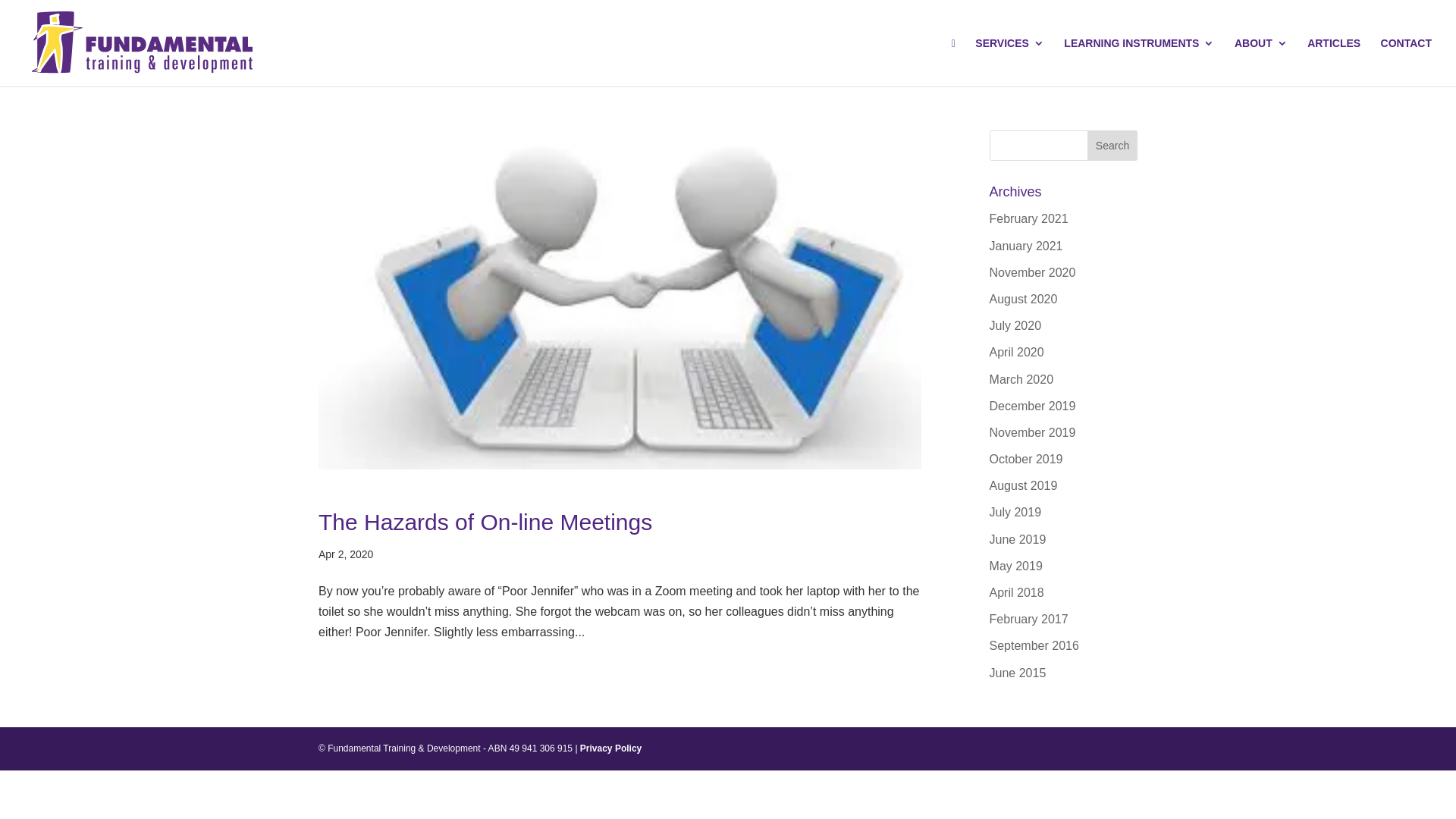 This screenshot has width=1456, height=819. I want to click on 'July 2020', so click(1015, 325).